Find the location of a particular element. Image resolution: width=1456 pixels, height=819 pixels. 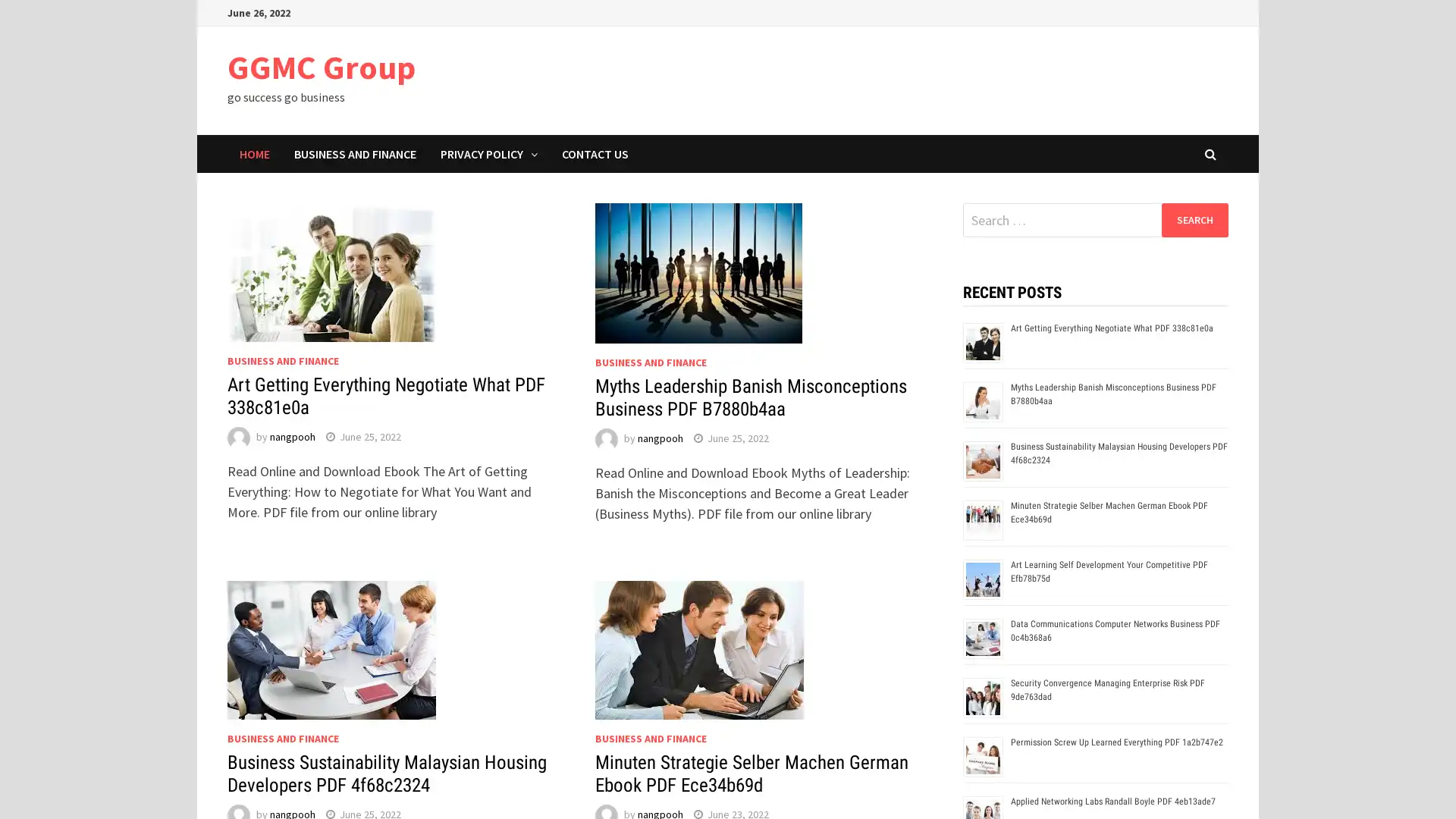

Search is located at coordinates (1194, 219).